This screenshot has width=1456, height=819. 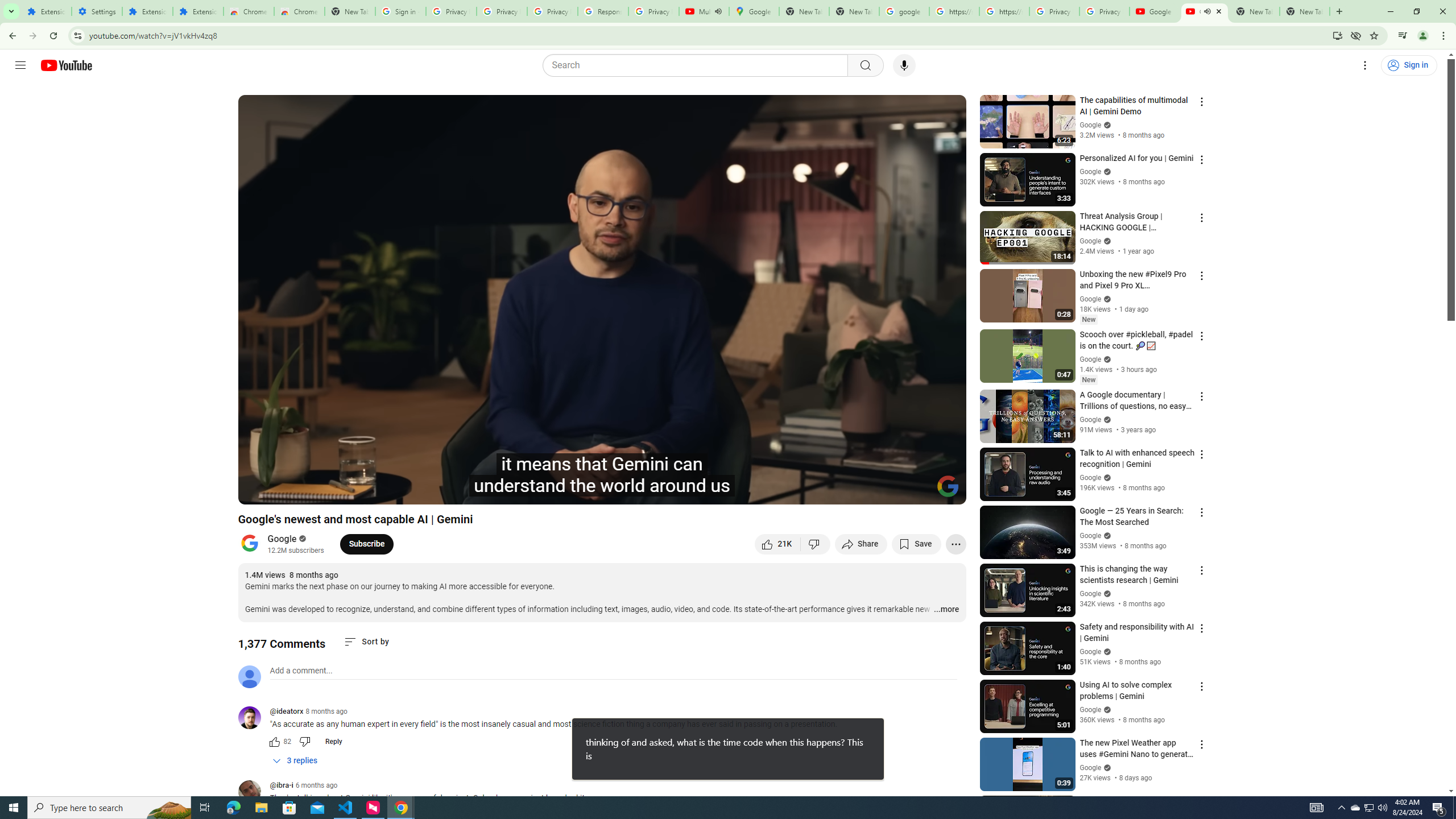 What do you see at coordinates (312, 490) in the screenshot?
I see `'Mute keyboard shortcut m'` at bounding box center [312, 490].